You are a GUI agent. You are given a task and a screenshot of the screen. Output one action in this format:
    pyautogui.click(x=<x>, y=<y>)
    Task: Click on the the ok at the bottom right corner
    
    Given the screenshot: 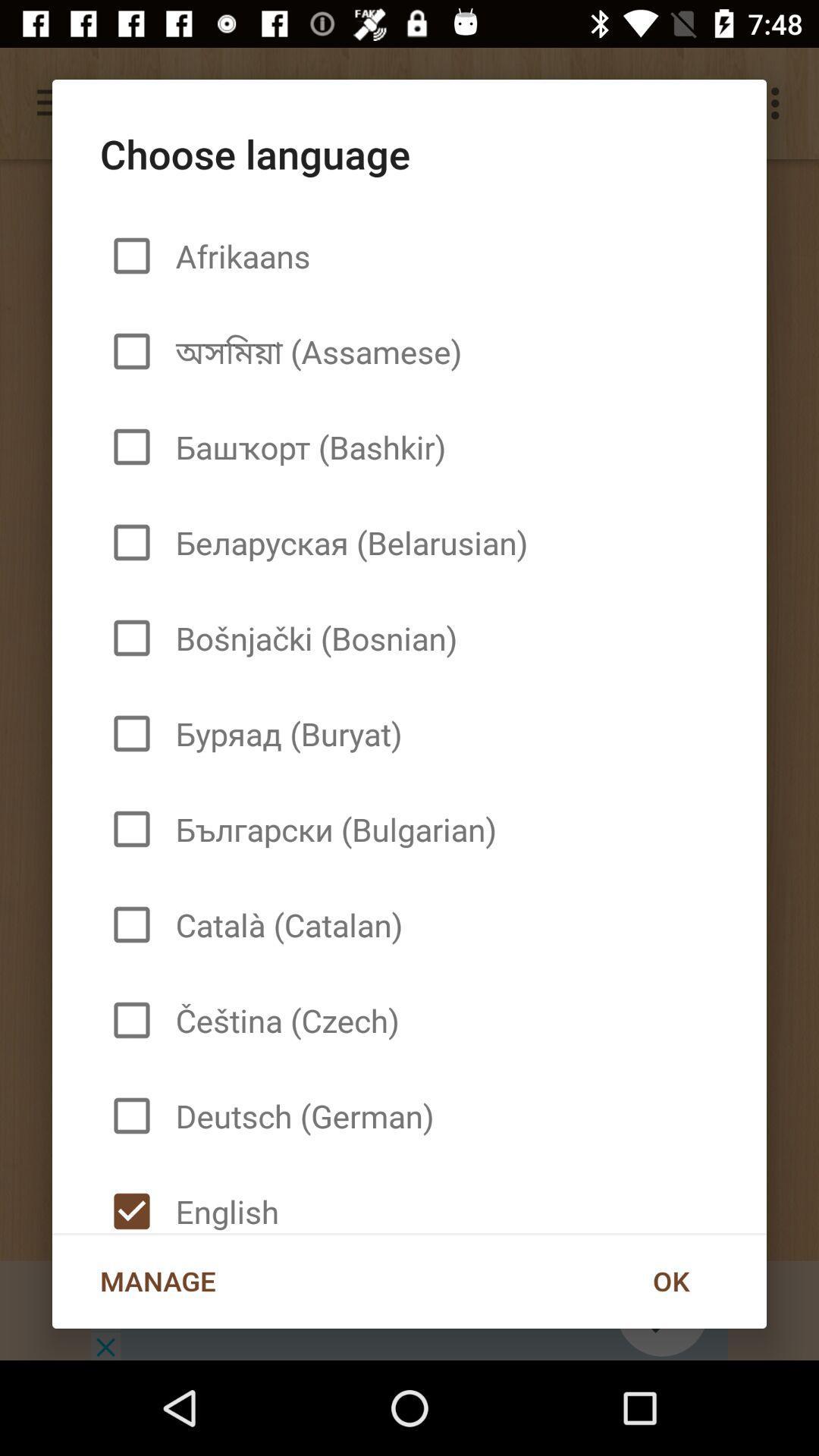 What is the action you would take?
    pyautogui.click(x=670, y=1280)
    